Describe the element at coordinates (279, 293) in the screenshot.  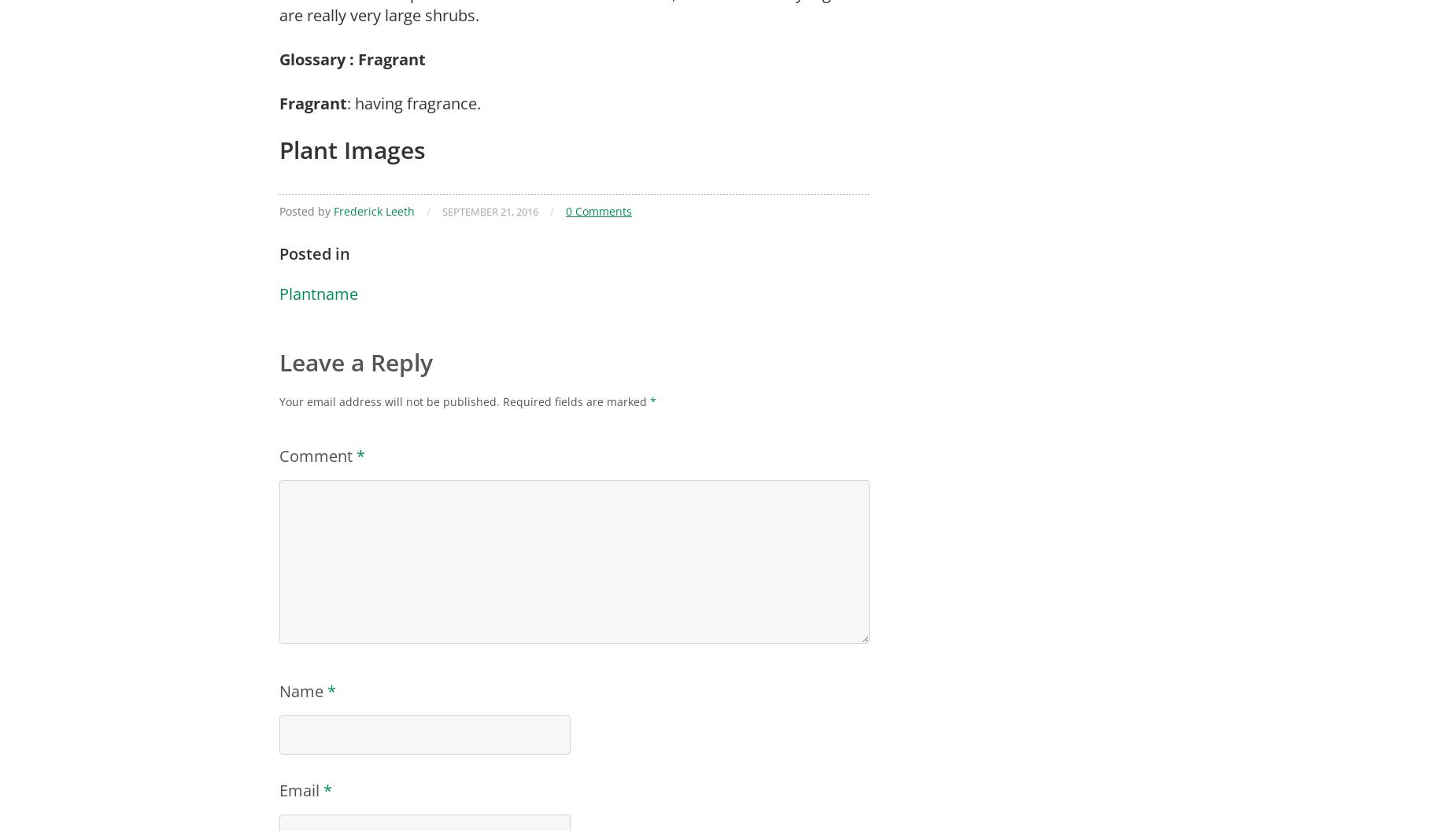
I see `'Plantname'` at that location.